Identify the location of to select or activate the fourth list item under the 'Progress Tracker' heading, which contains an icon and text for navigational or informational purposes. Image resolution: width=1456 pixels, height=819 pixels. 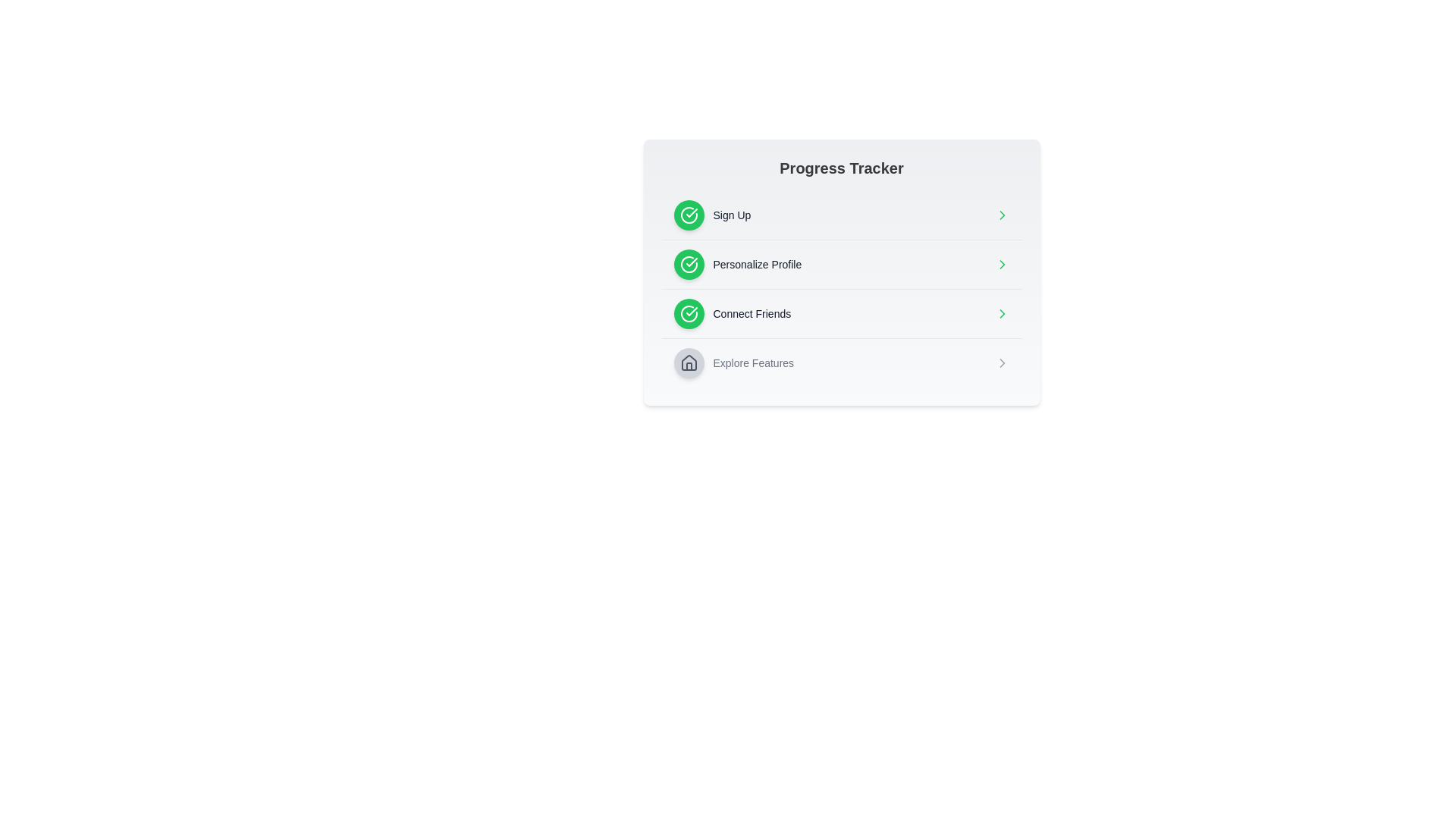
(733, 362).